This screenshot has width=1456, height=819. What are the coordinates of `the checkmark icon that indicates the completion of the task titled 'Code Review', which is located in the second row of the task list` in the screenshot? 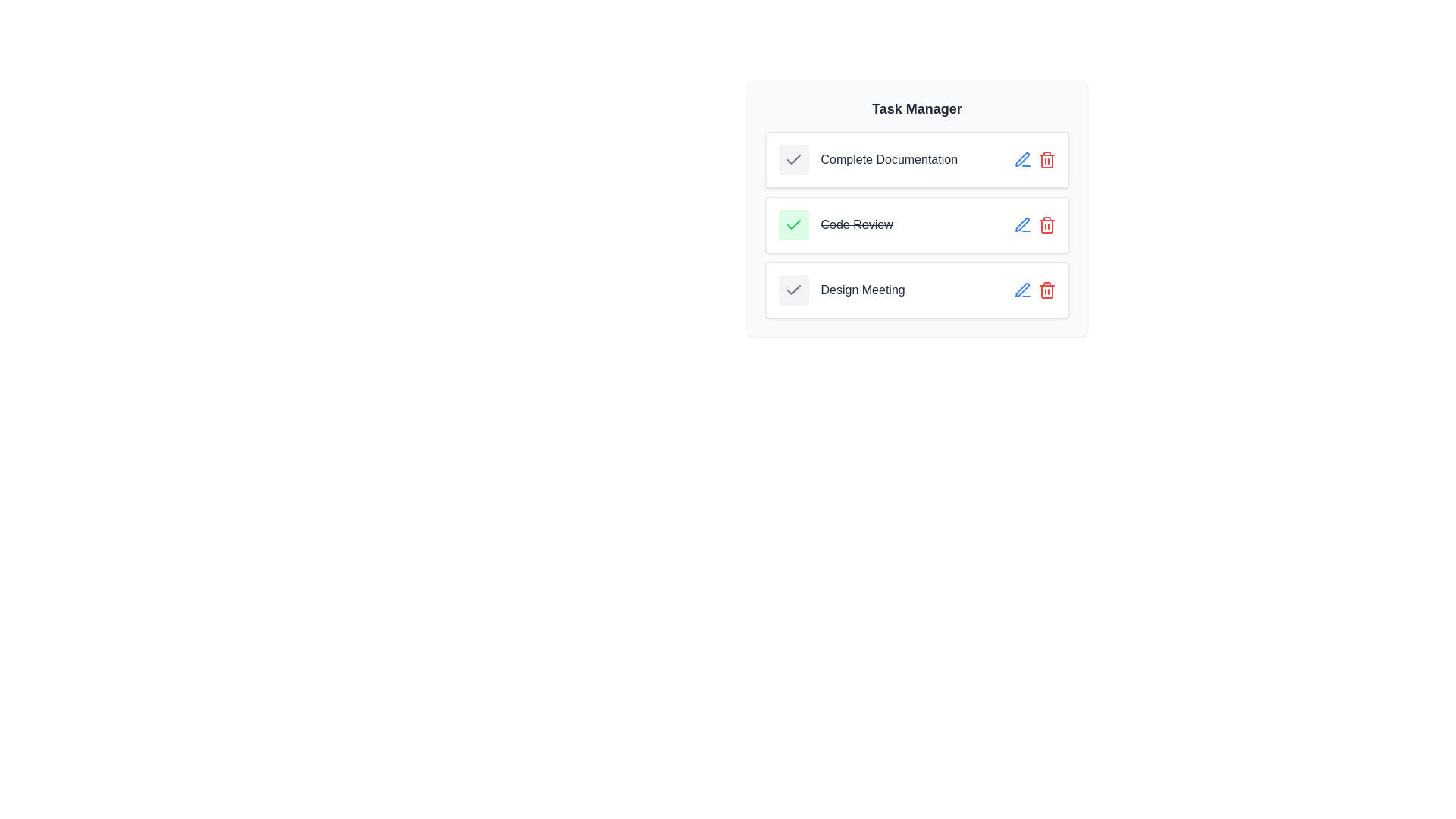 It's located at (792, 159).